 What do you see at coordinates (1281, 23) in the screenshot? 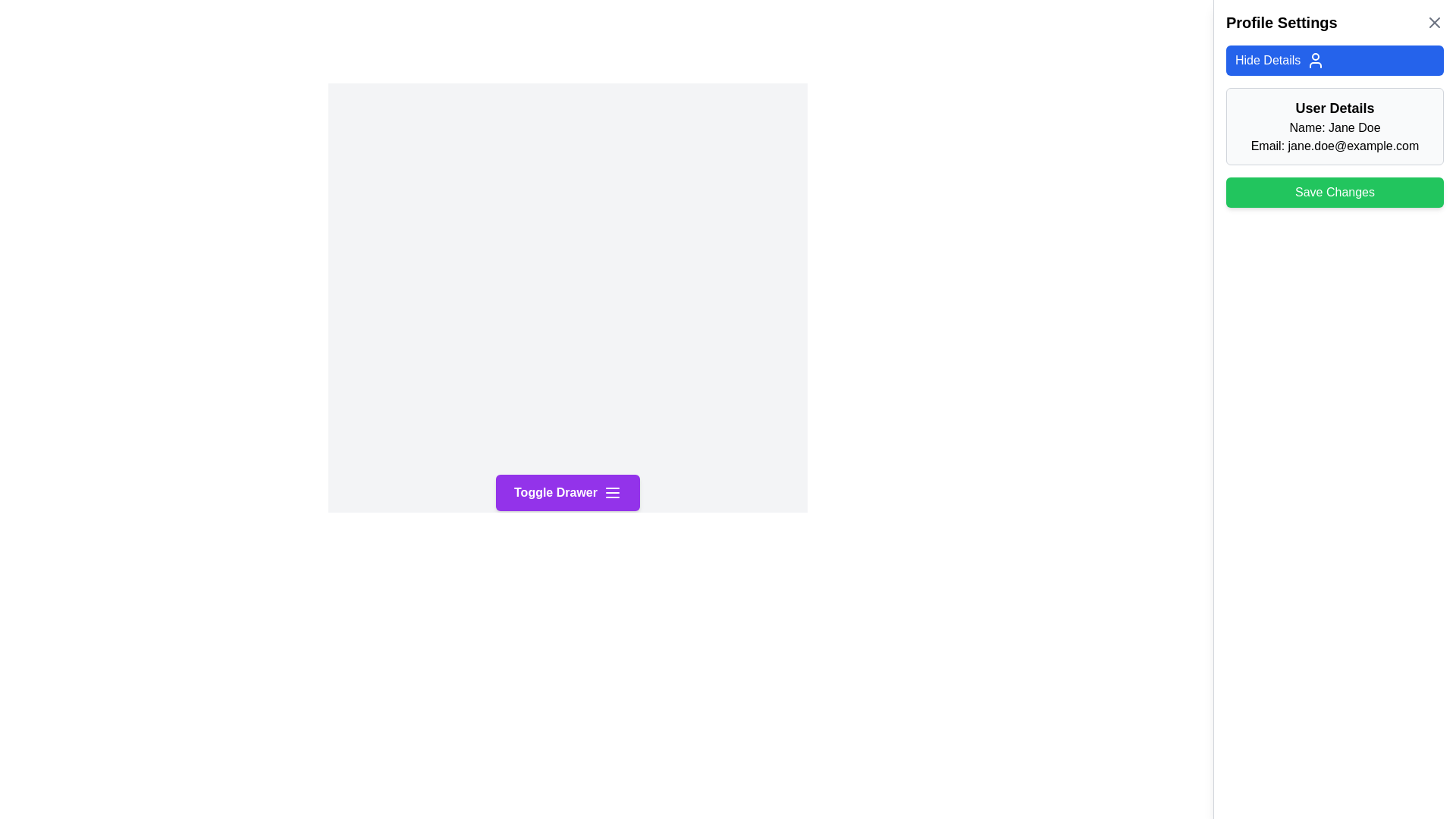
I see `the bold text label 'Profile Settings' which is prominently positioned at the top of the sidebar panel` at bounding box center [1281, 23].